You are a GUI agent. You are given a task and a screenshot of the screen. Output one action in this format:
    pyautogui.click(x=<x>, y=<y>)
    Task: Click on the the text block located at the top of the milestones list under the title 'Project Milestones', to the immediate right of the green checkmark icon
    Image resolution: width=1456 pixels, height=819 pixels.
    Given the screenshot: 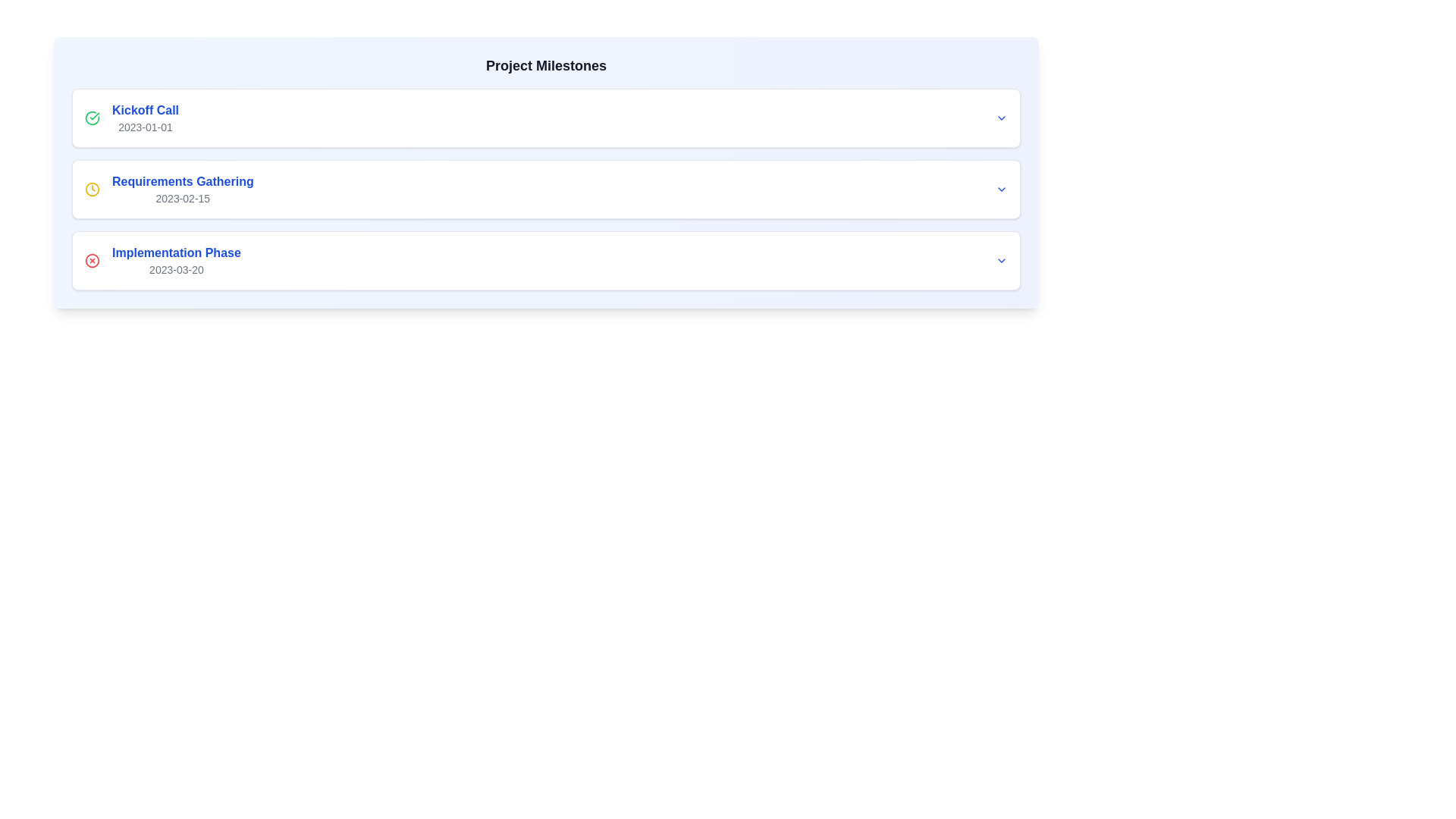 What is the action you would take?
    pyautogui.click(x=146, y=117)
    